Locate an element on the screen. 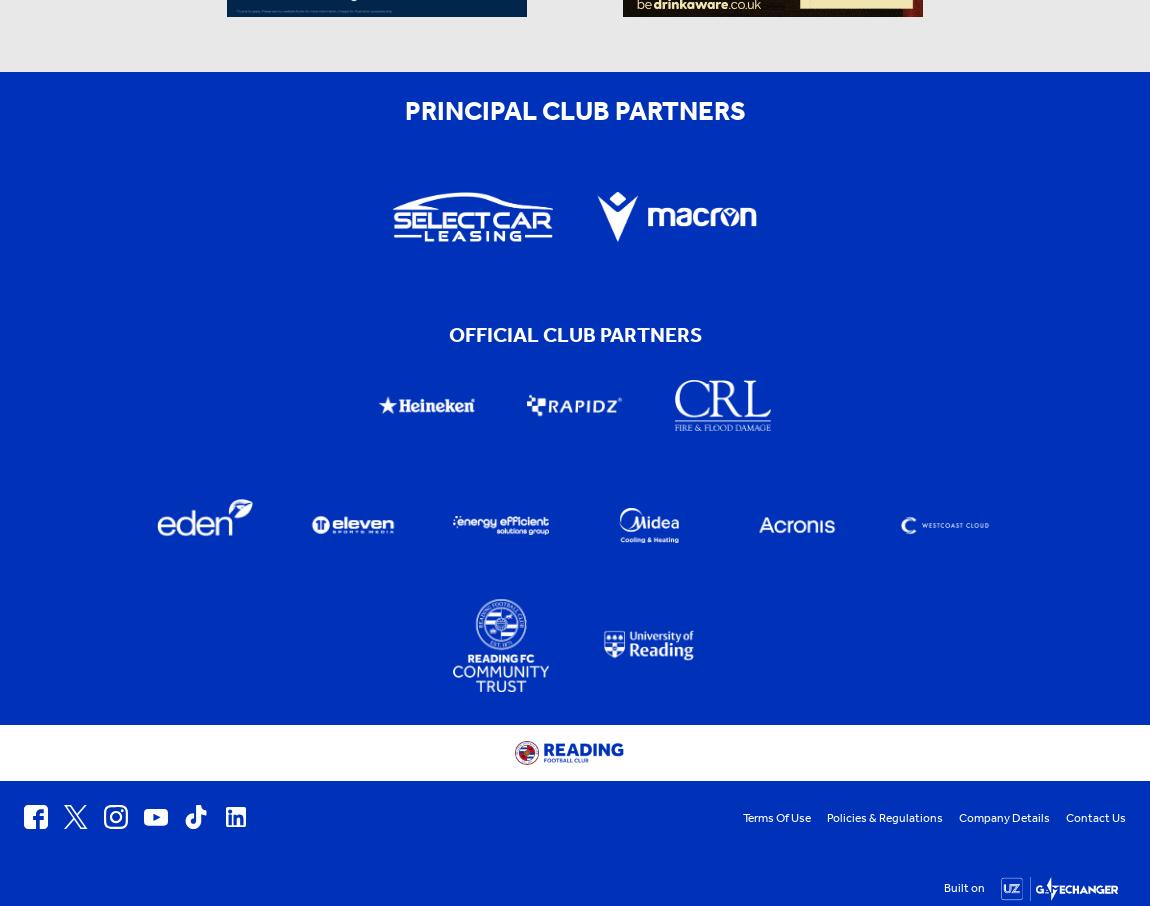 This screenshot has height=906, width=1150. 'Company Details' is located at coordinates (1004, 817).